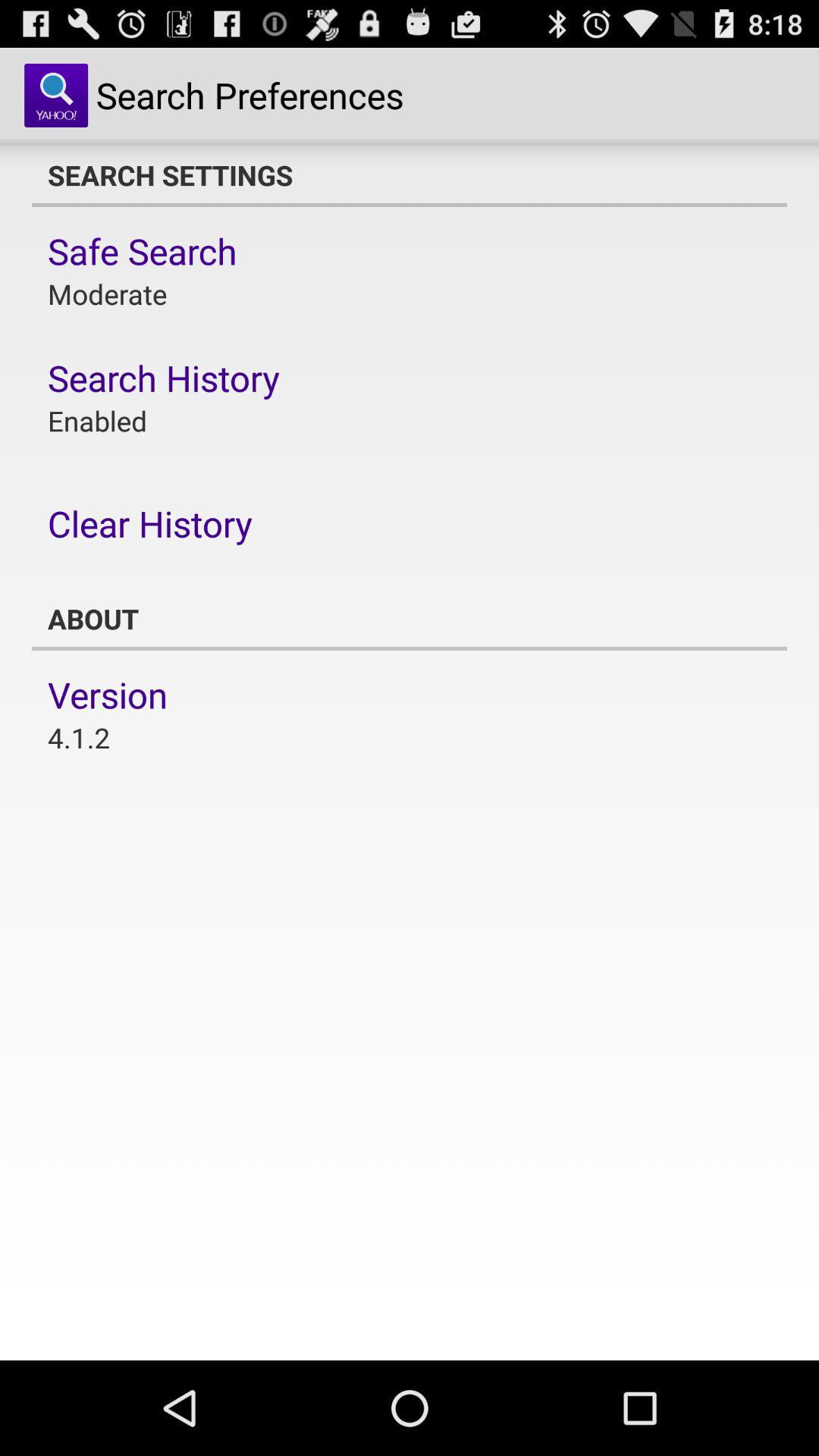  What do you see at coordinates (107, 694) in the screenshot?
I see `version item` at bounding box center [107, 694].